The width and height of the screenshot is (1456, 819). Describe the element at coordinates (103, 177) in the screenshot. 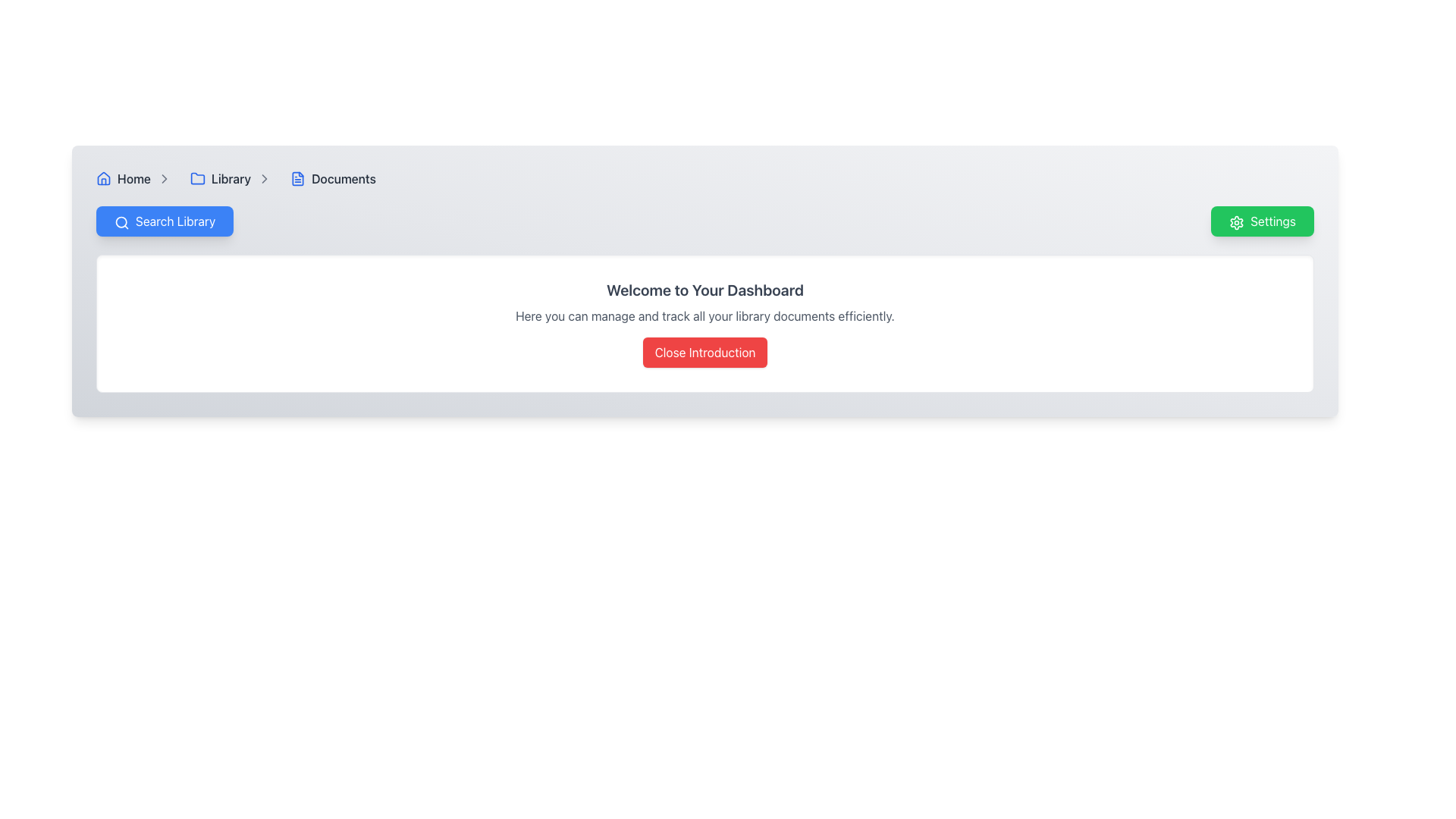

I see `the house-shaped icon that resembles a home, which is colored in vivid blue and positioned to the far left of the breadcrumb navigation bar, preceding the text label 'Home'` at that location.